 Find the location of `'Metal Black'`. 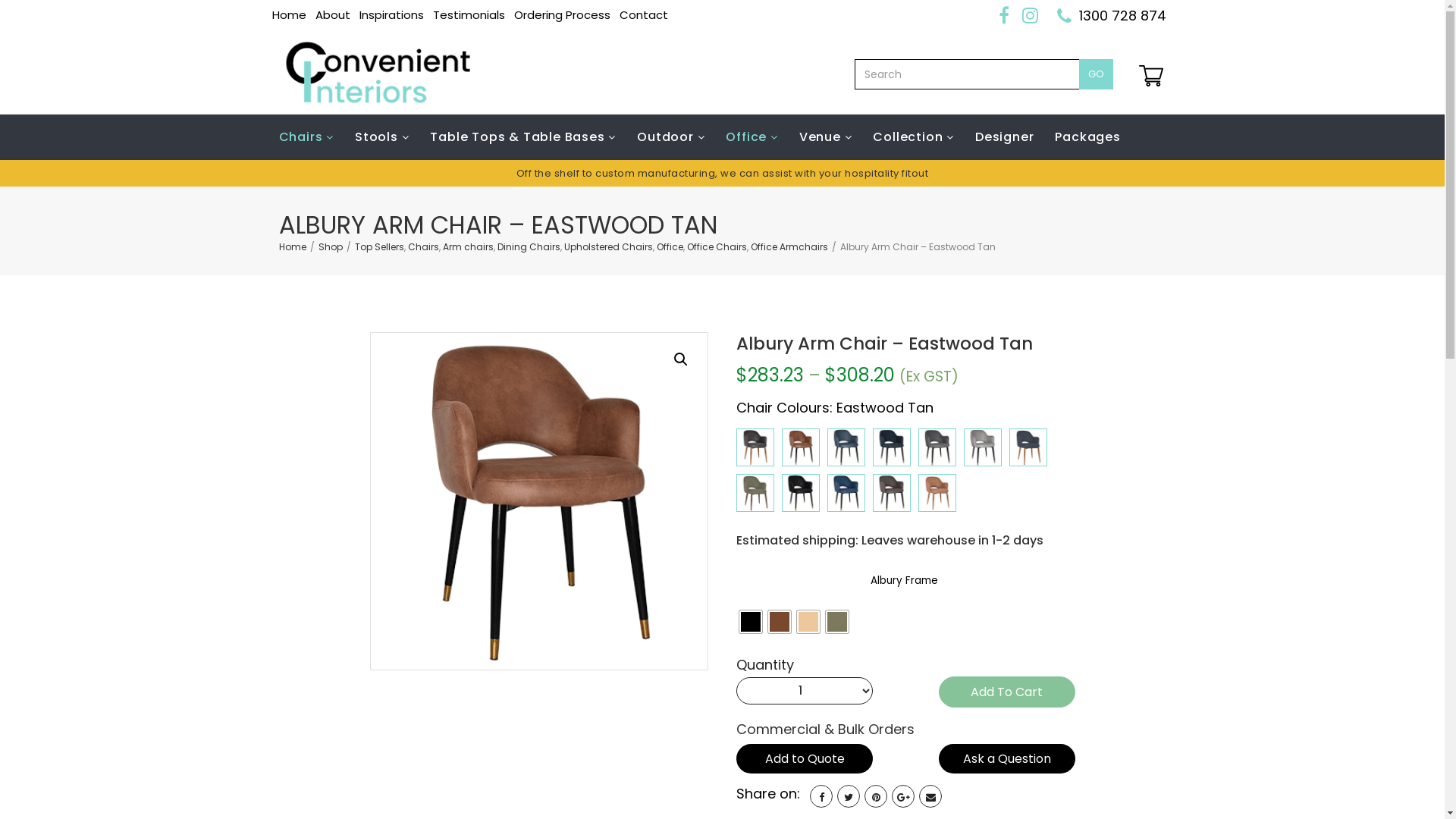

'Metal Black' is located at coordinates (739, 622).